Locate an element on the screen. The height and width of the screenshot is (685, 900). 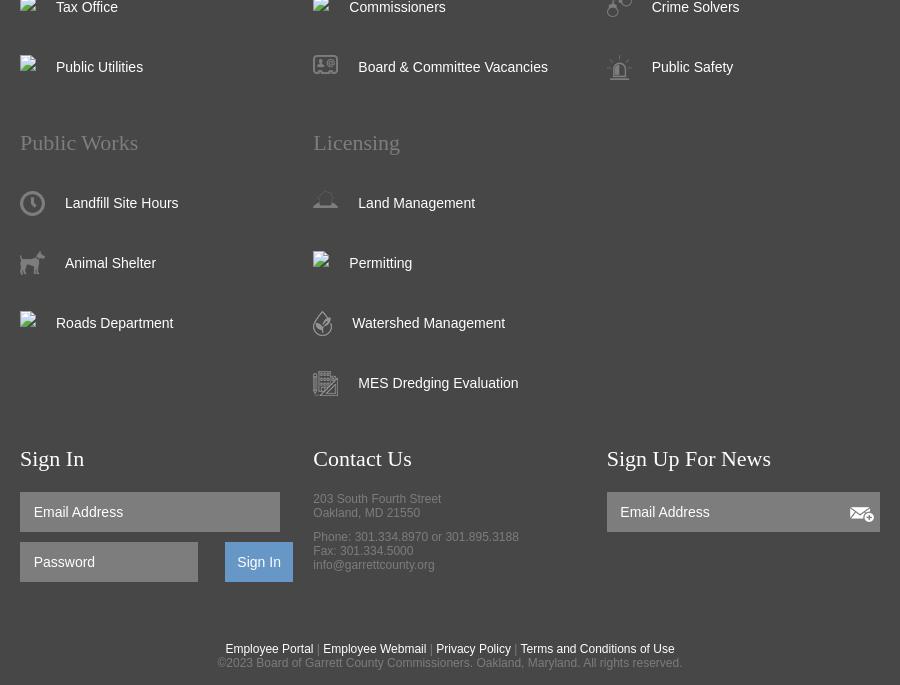
'Oakland, MD 21550' is located at coordinates (312, 512).